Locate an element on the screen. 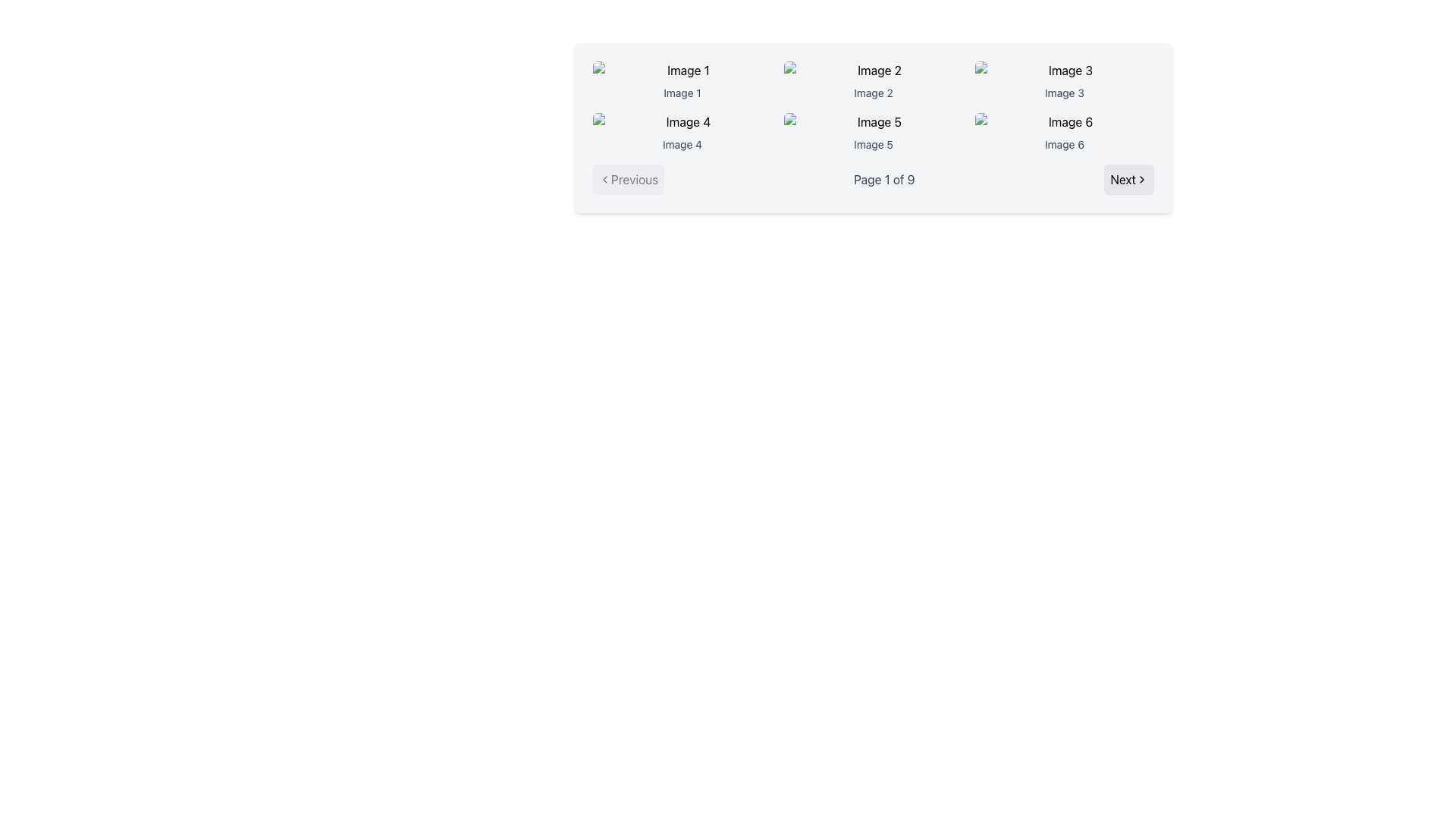 The image size is (1456, 819). the image with caption 'Image 5' is located at coordinates (874, 131).